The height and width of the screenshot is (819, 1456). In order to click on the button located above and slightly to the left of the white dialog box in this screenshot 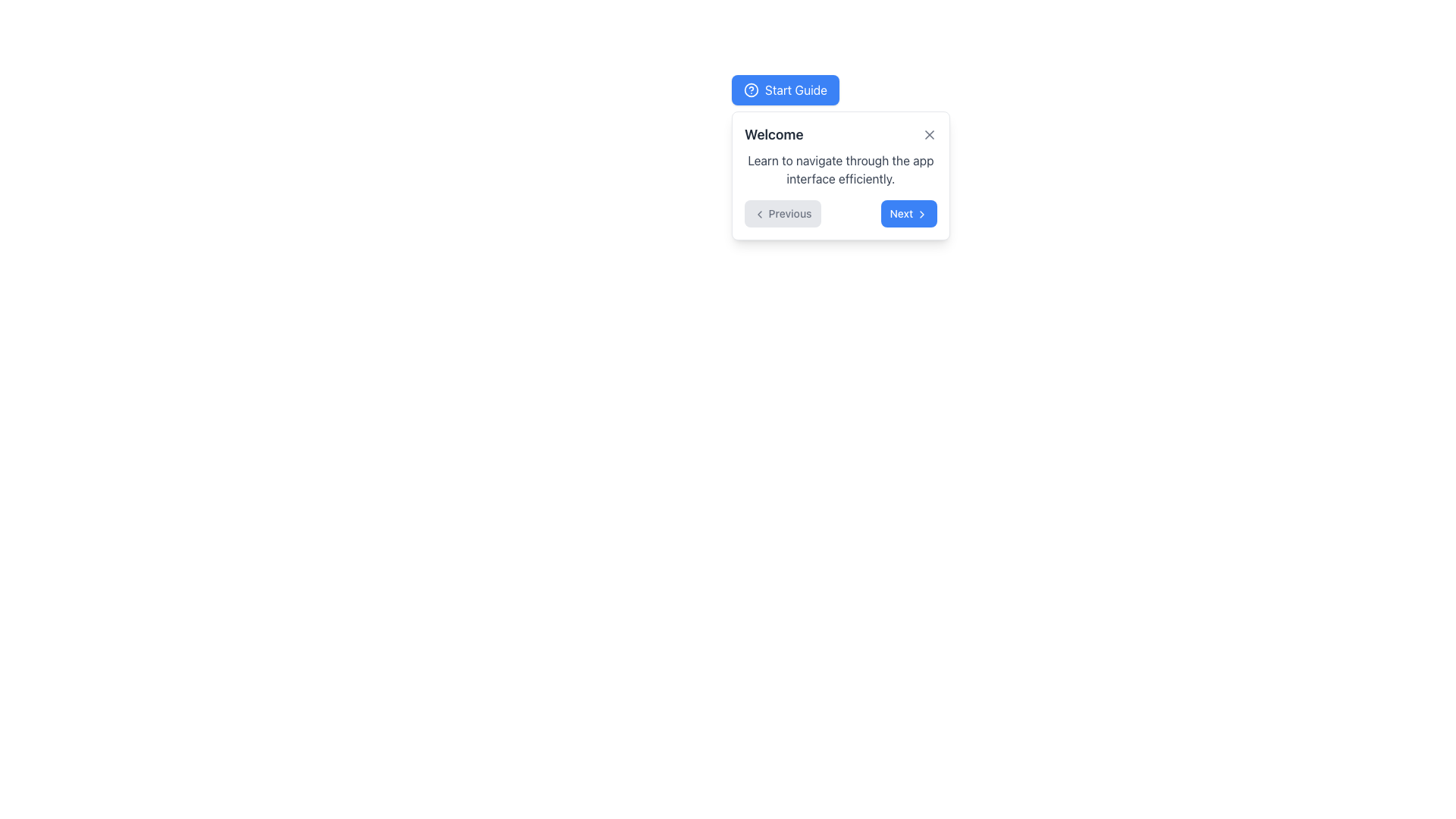, I will do `click(785, 90)`.